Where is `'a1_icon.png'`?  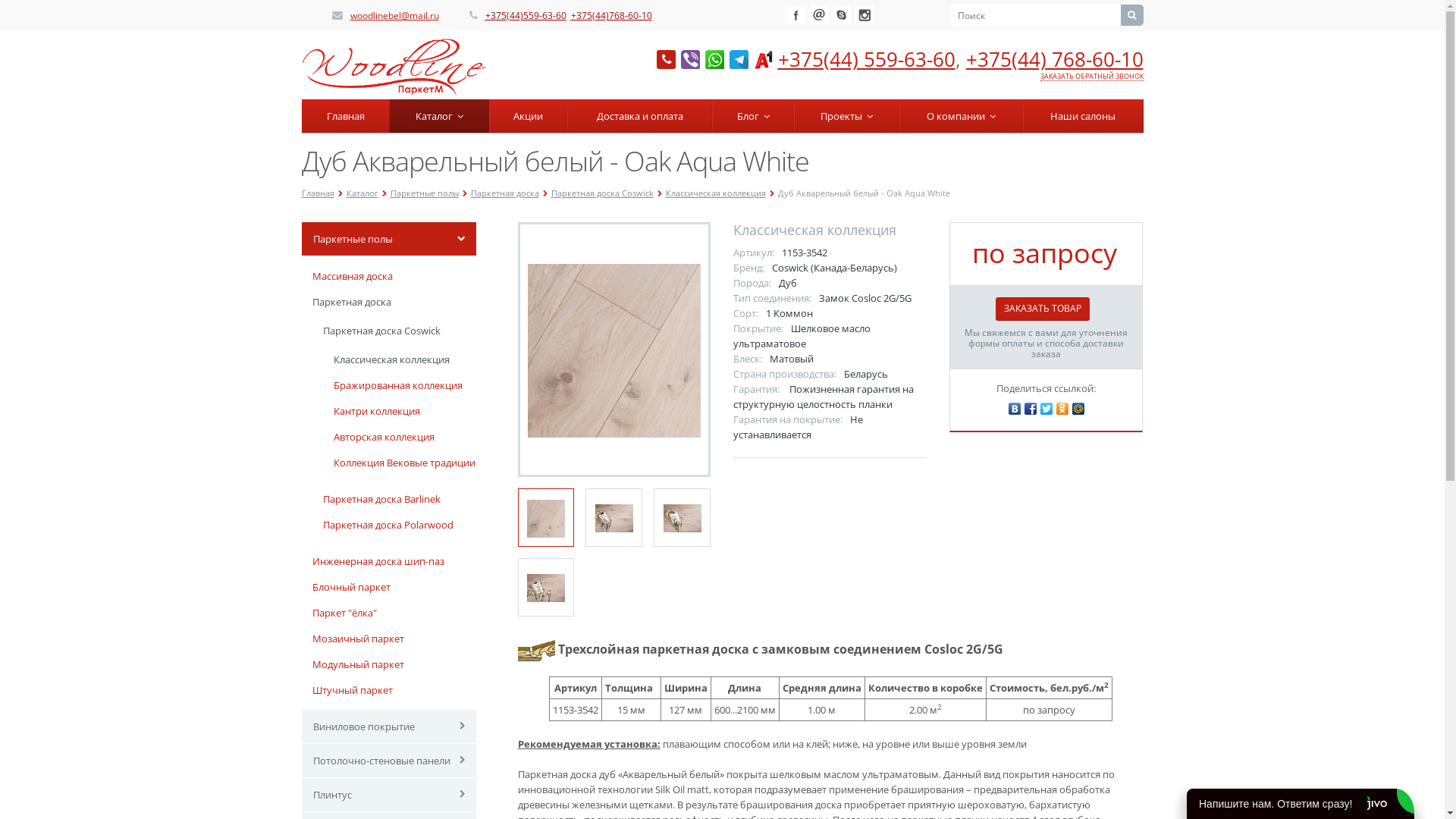 'a1_icon.png' is located at coordinates (763, 58).